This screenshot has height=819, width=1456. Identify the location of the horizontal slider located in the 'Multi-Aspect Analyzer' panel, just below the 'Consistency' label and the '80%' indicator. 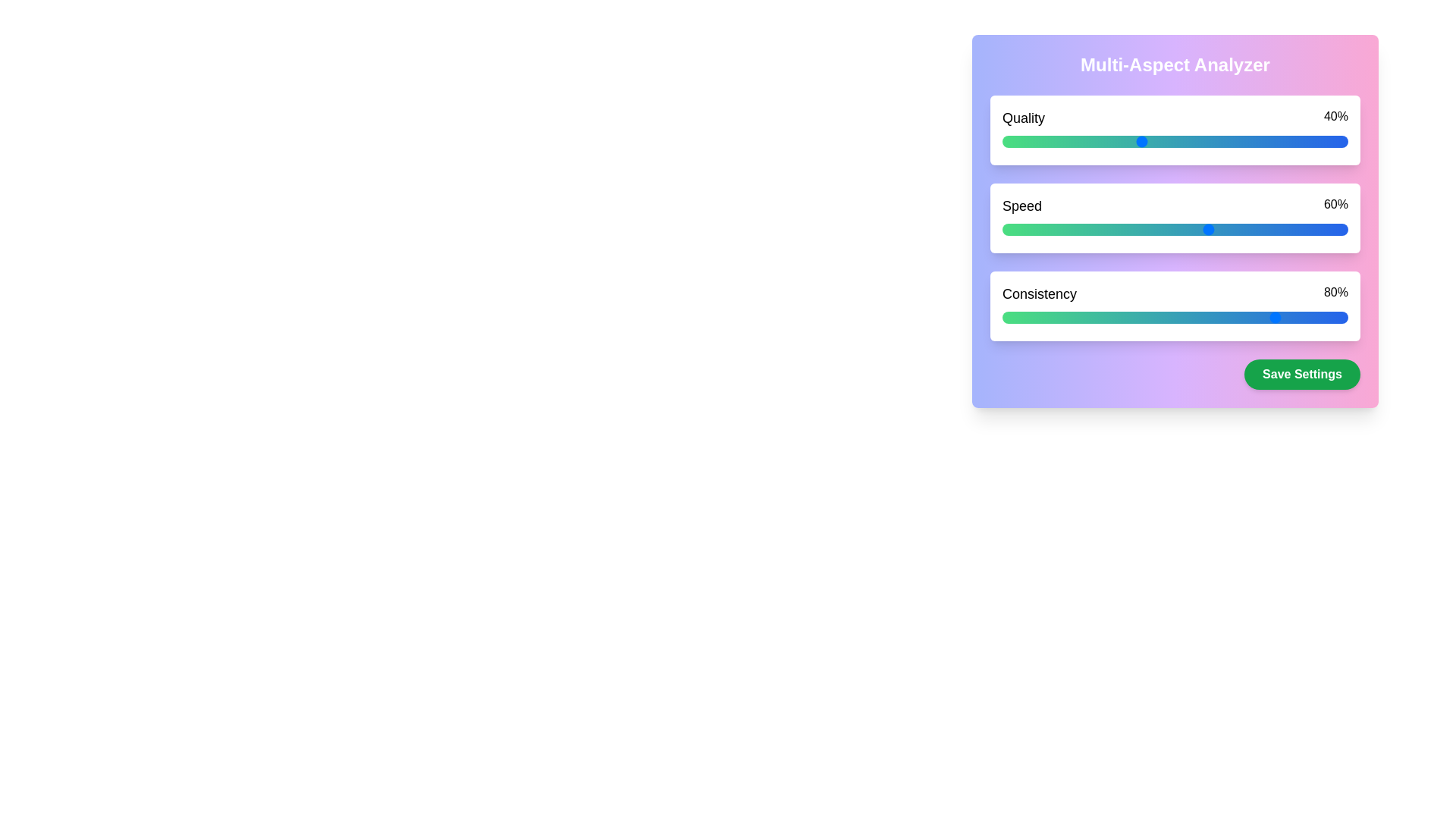
(1175, 317).